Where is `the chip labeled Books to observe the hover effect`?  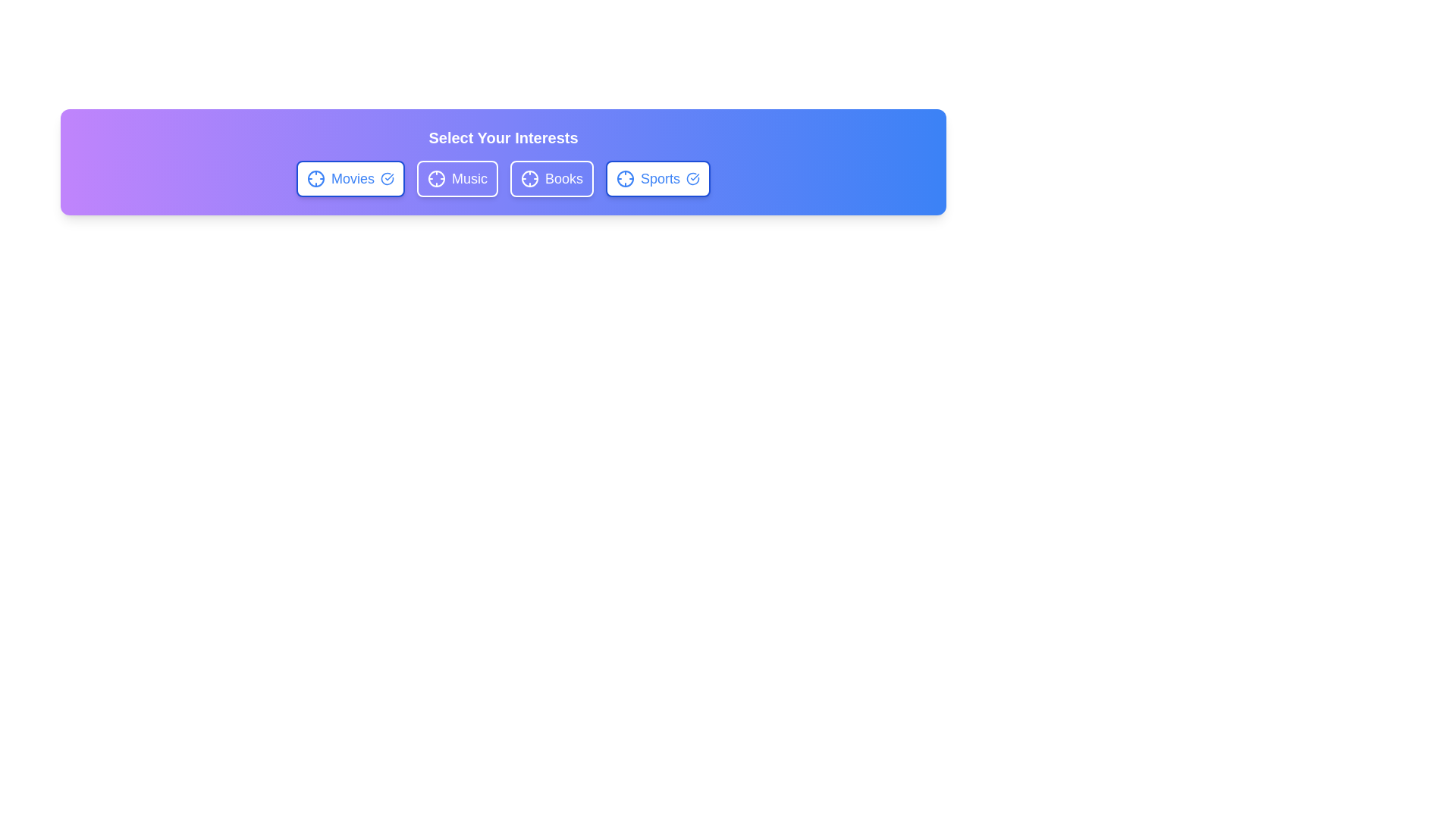 the chip labeled Books to observe the hover effect is located at coordinates (551, 177).